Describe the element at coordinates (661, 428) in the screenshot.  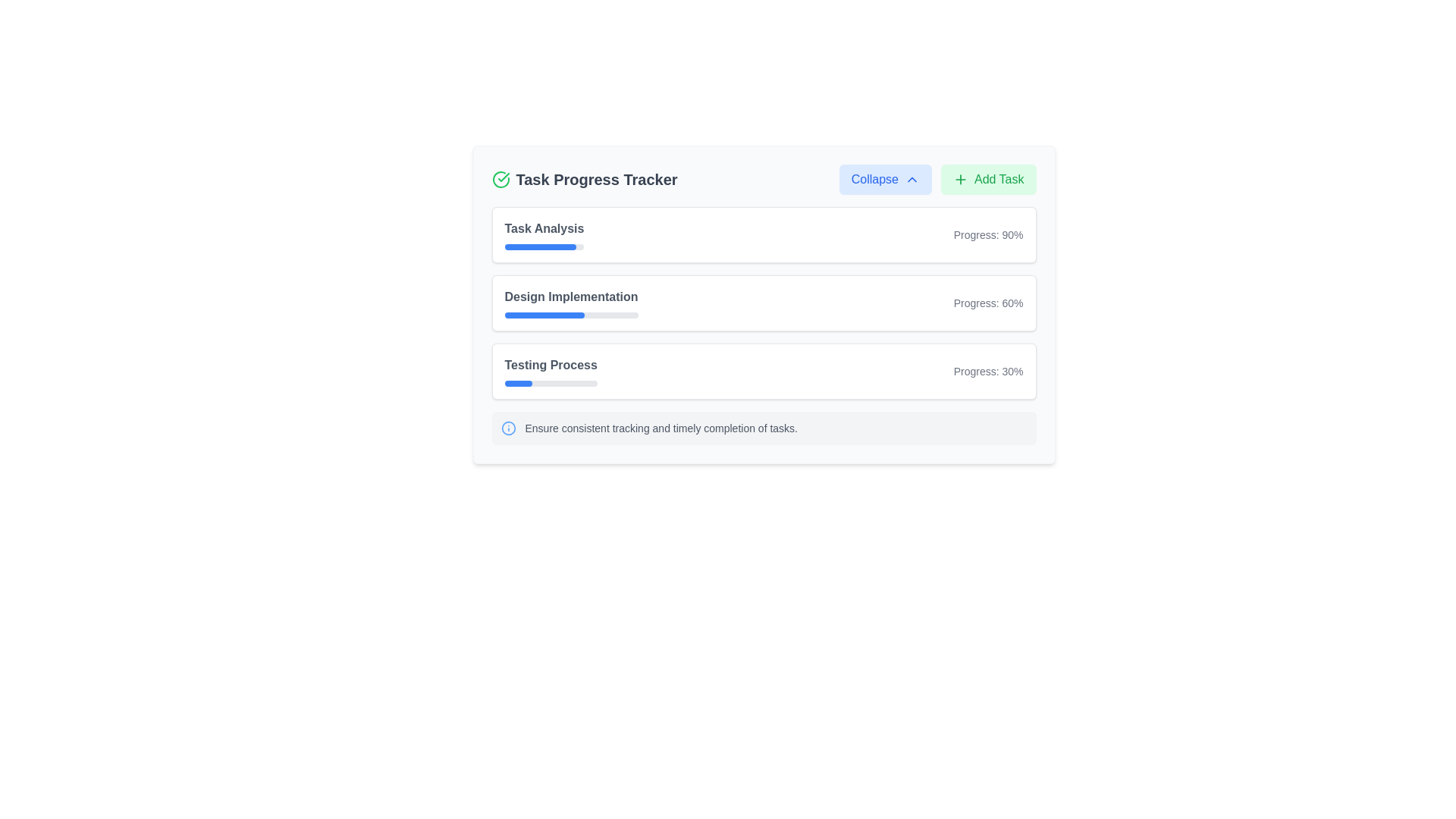
I see `the instructional text label that reads 'Ensure consistent tracking and timely completion of tasks.'` at that location.